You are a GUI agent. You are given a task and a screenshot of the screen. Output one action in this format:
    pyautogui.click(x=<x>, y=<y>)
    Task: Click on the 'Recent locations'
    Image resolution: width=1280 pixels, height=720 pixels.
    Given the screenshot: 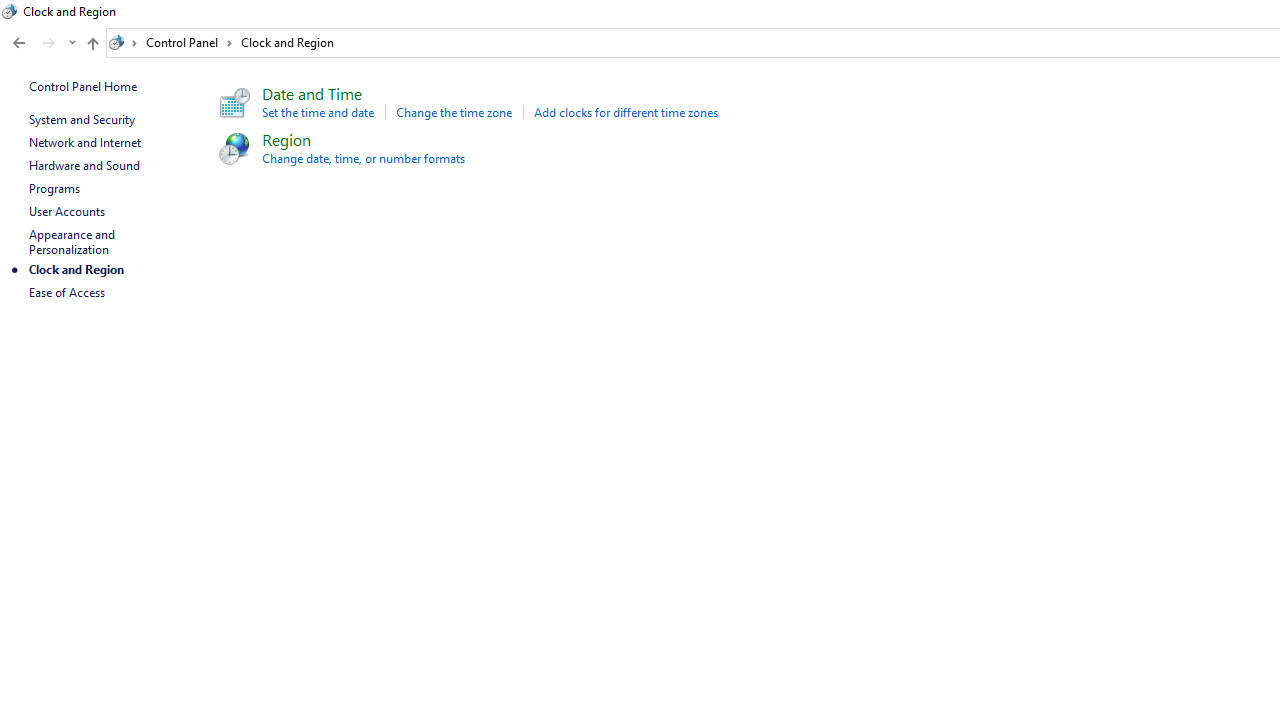 What is the action you would take?
    pyautogui.click(x=71, y=43)
    